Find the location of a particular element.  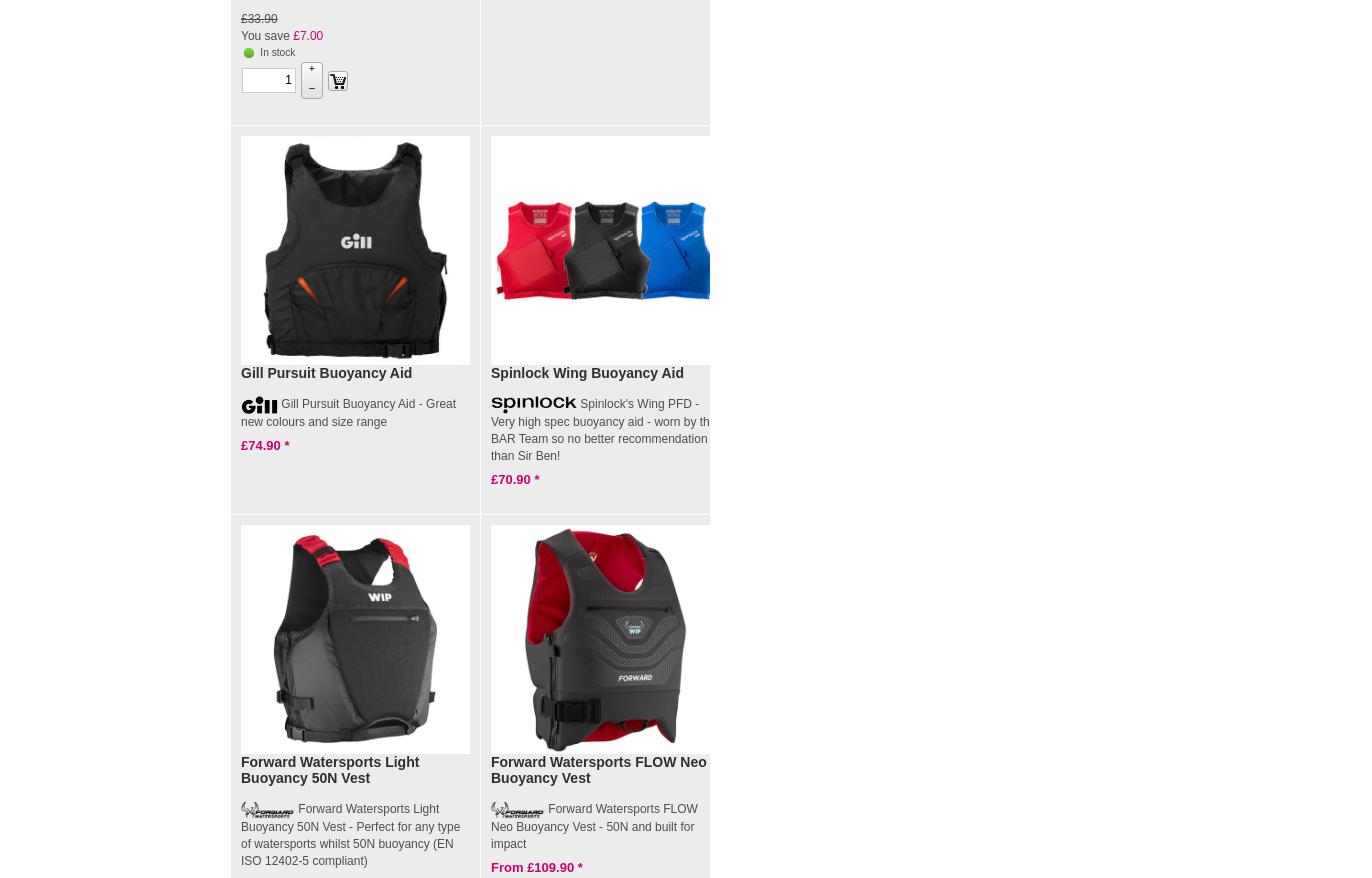

'Forward Watersports FLOW Neo Buoyancy Vest' is located at coordinates (598, 770).